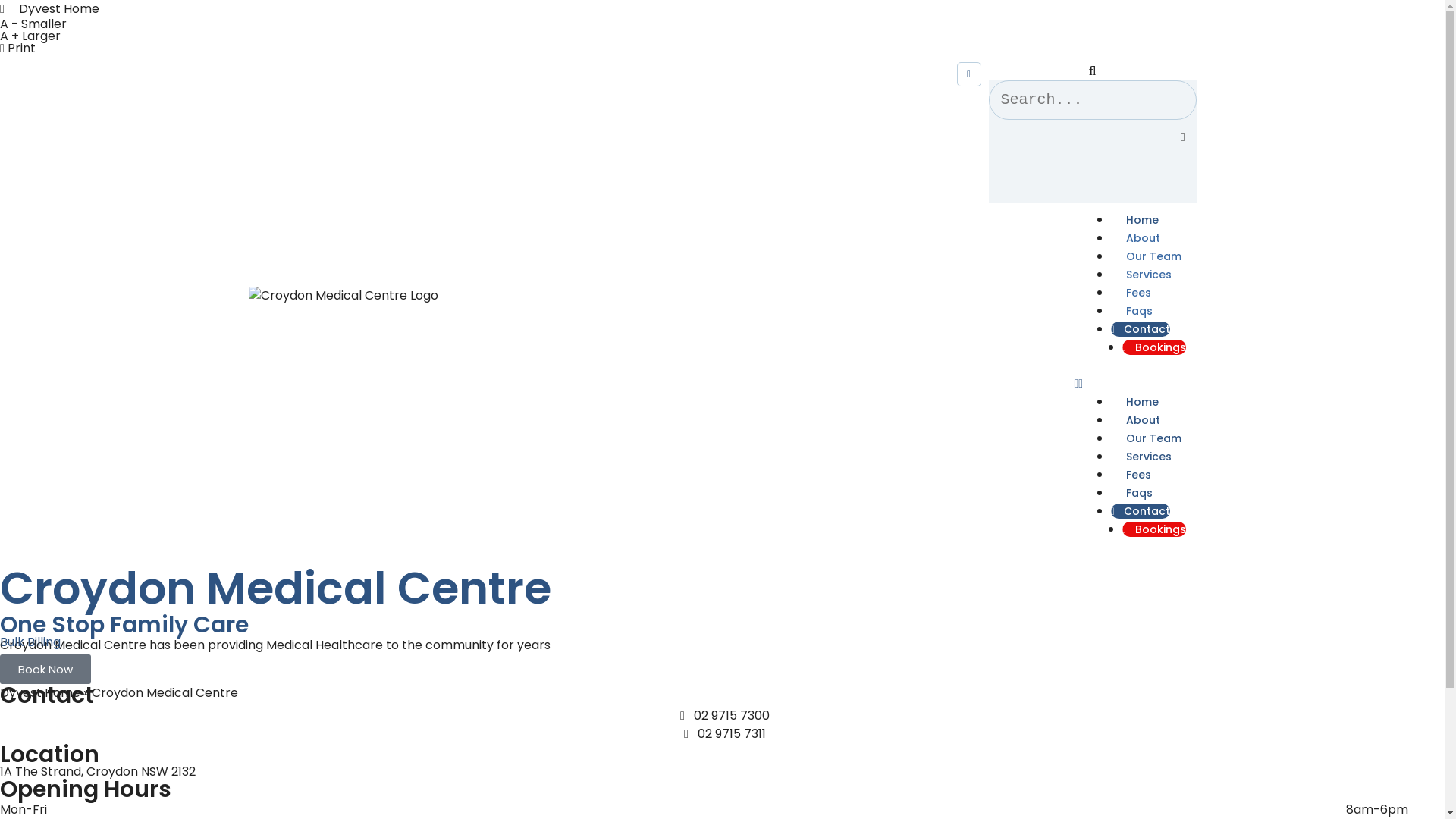  What do you see at coordinates (1139, 328) in the screenshot?
I see `'Contact'` at bounding box center [1139, 328].